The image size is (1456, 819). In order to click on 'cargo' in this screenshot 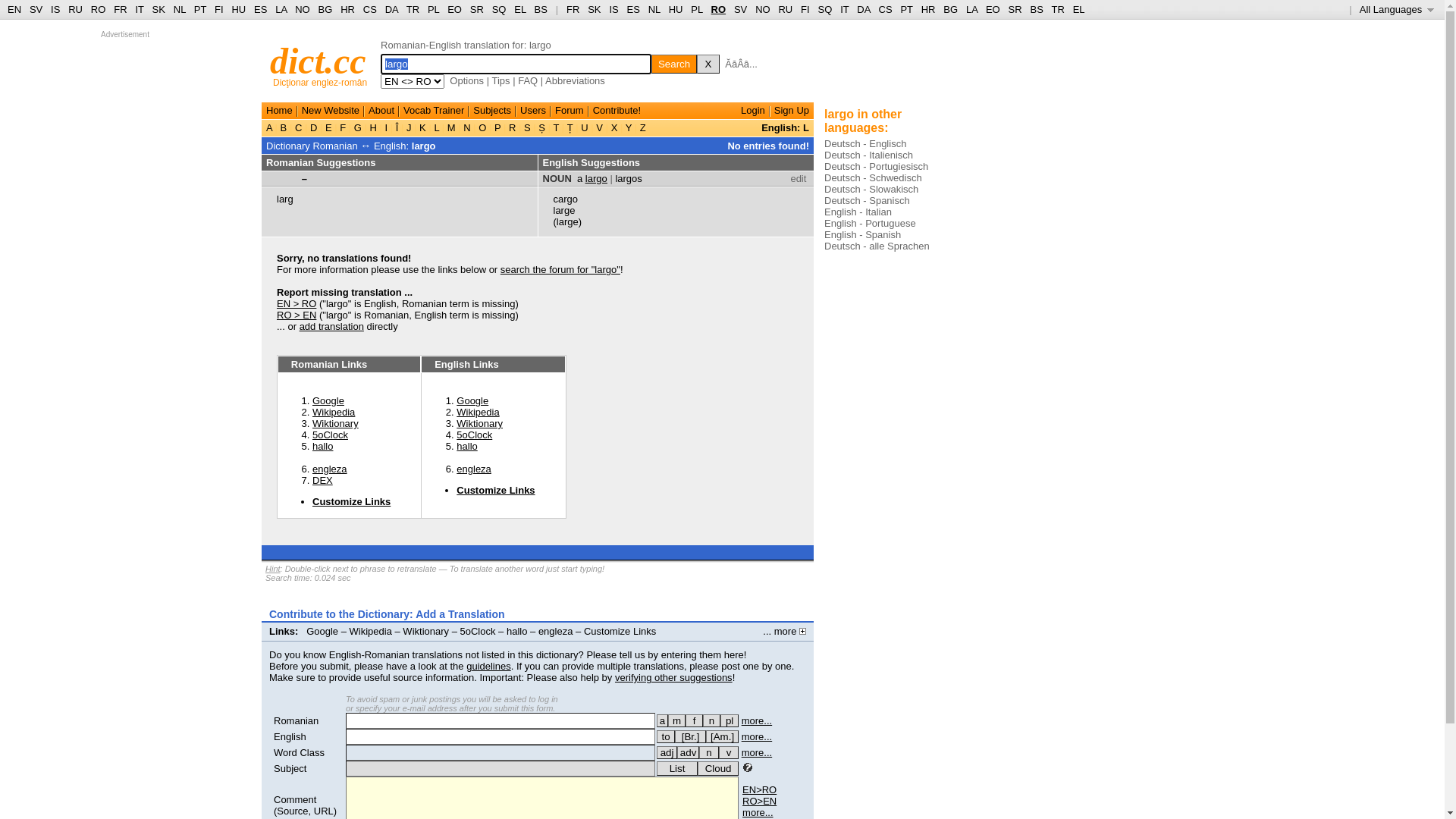, I will do `click(565, 198)`.